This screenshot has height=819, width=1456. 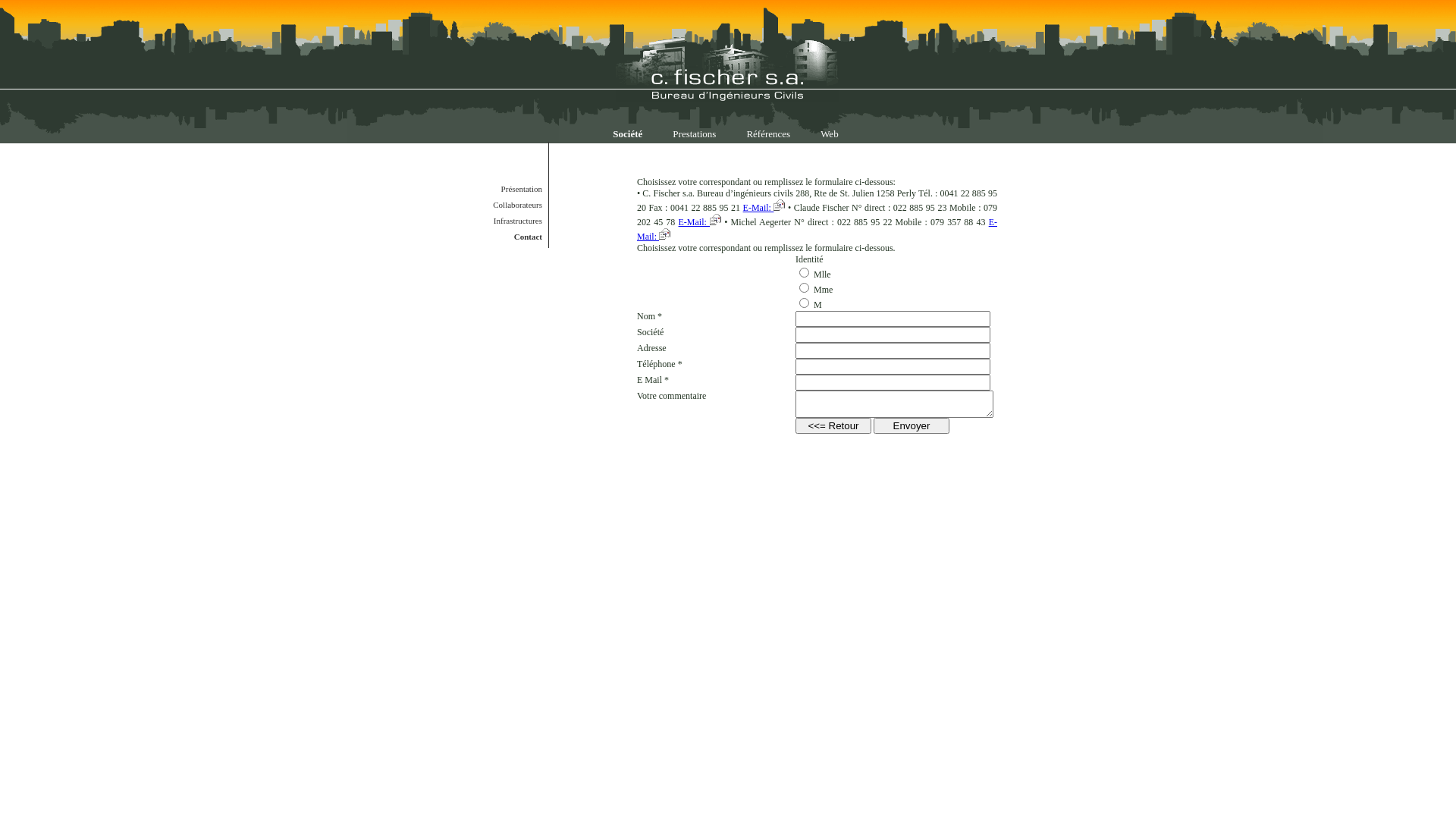 What do you see at coordinates (657, 133) in the screenshot?
I see `'Prestations'` at bounding box center [657, 133].